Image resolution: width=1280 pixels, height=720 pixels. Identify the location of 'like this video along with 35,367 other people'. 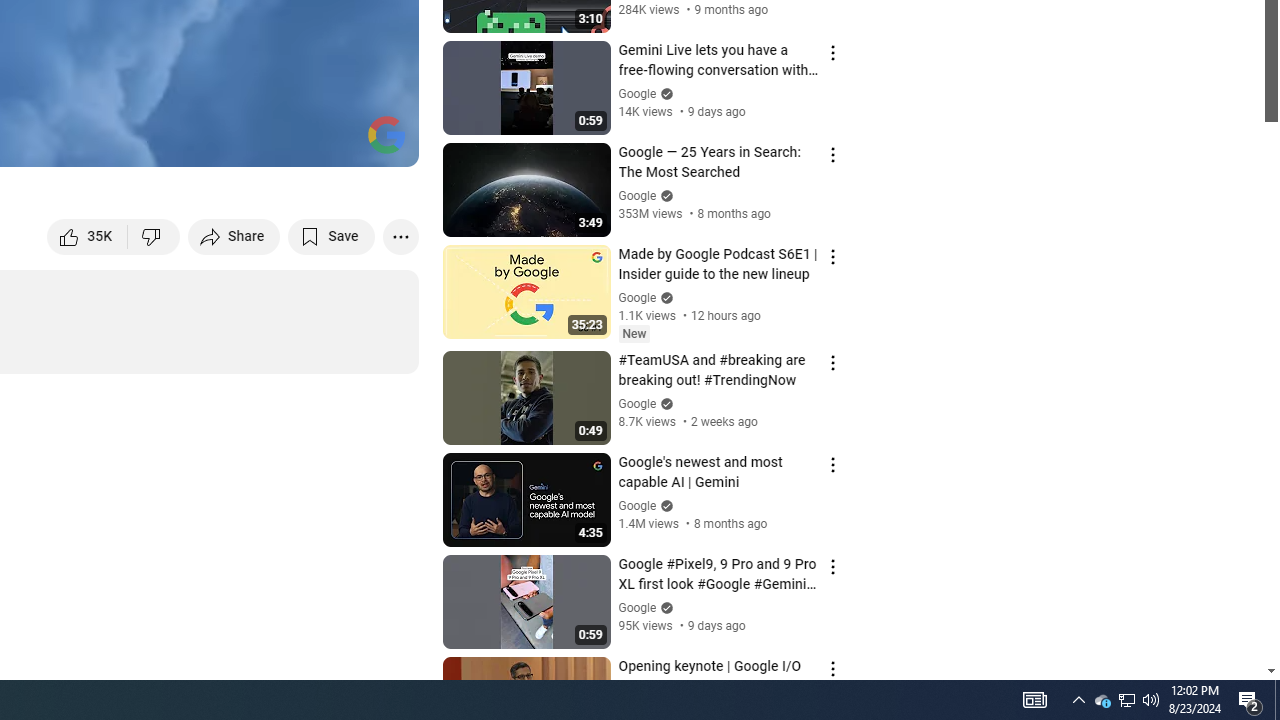
(87, 235).